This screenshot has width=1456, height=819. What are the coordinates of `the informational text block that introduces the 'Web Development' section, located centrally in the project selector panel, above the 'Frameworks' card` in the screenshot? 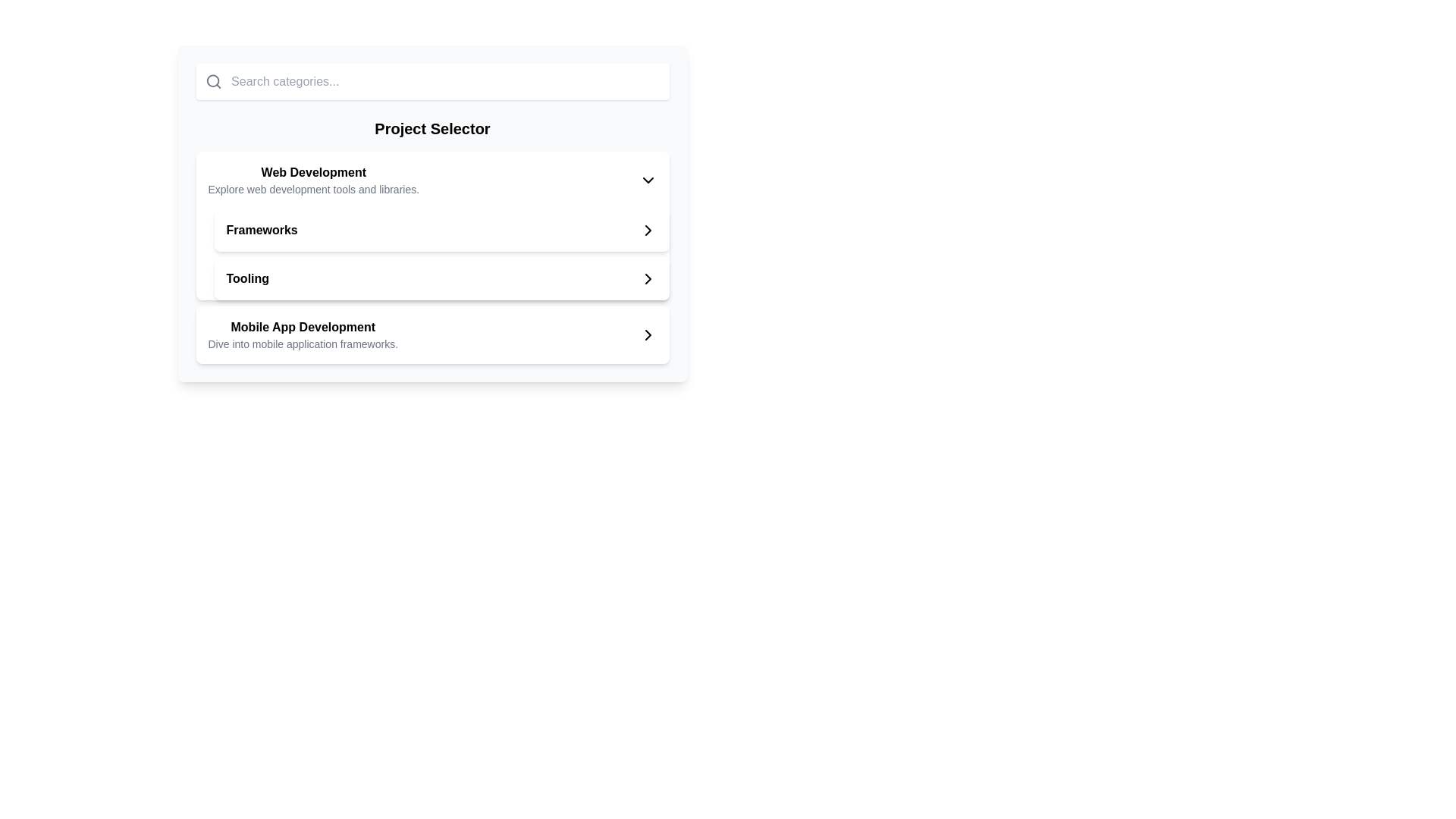 It's located at (312, 180).